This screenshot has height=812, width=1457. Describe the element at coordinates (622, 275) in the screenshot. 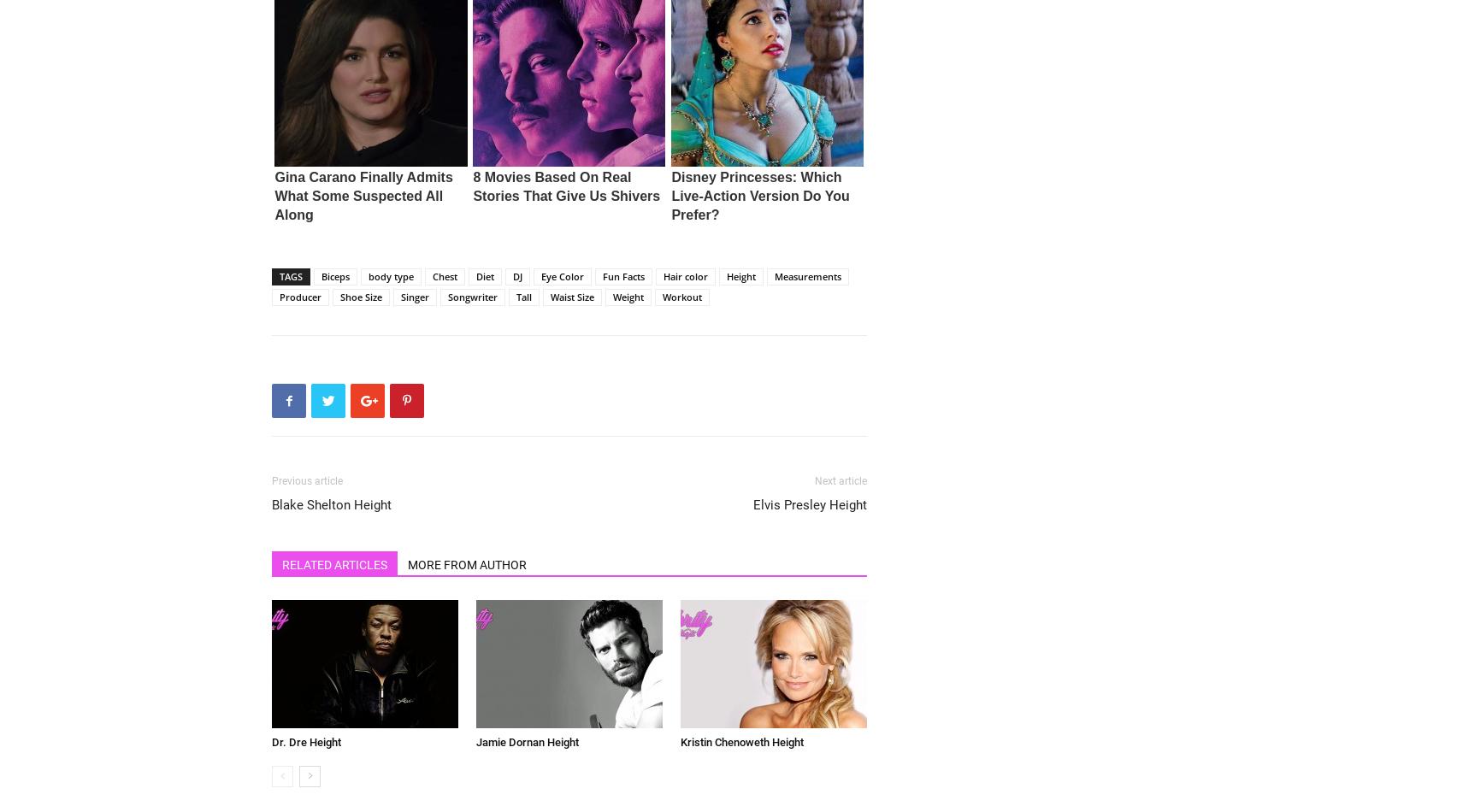

I see `'Fun Facts'` at that location.